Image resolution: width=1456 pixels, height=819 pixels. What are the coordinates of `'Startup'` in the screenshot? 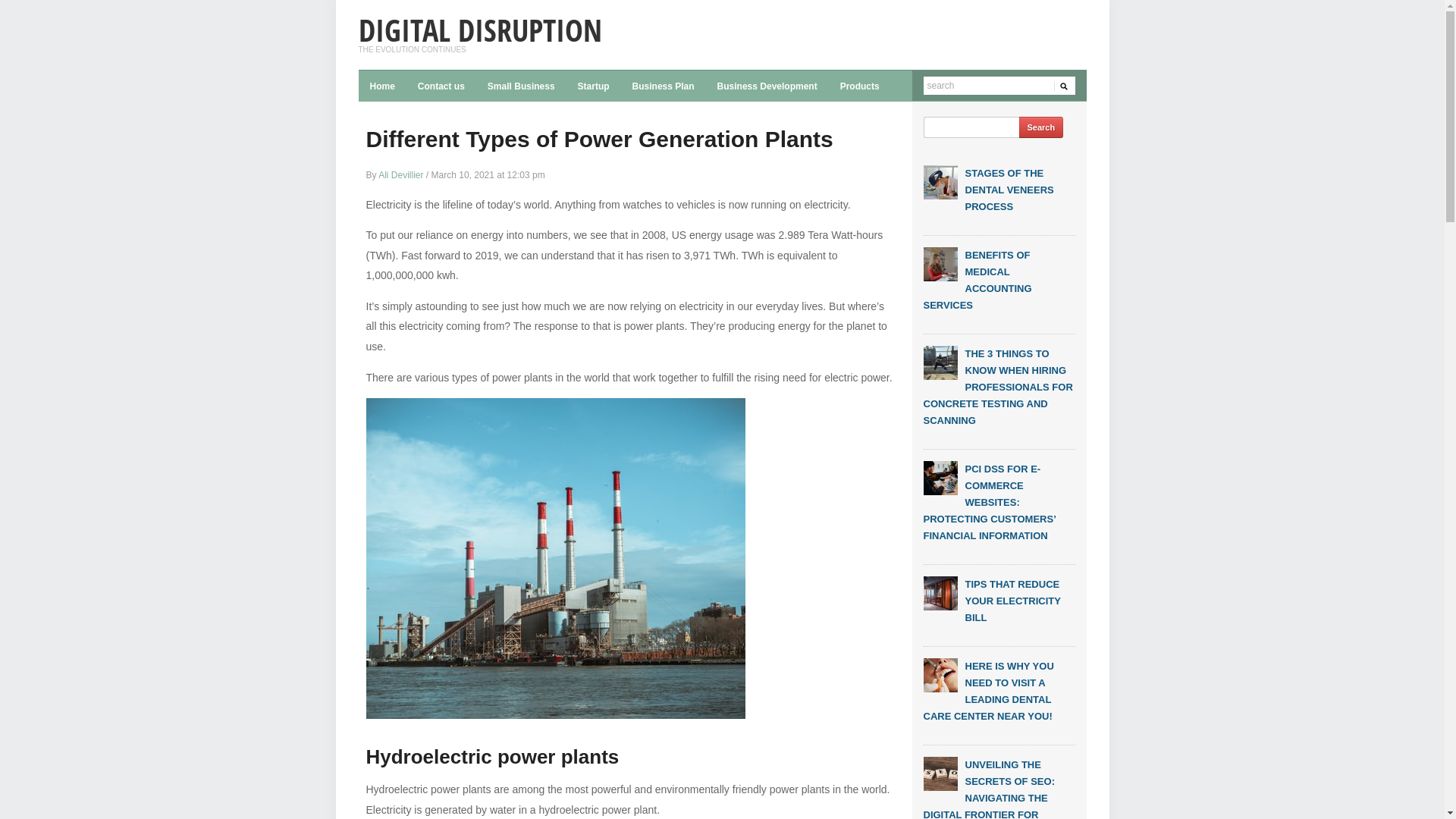 It's located at (592, 85).